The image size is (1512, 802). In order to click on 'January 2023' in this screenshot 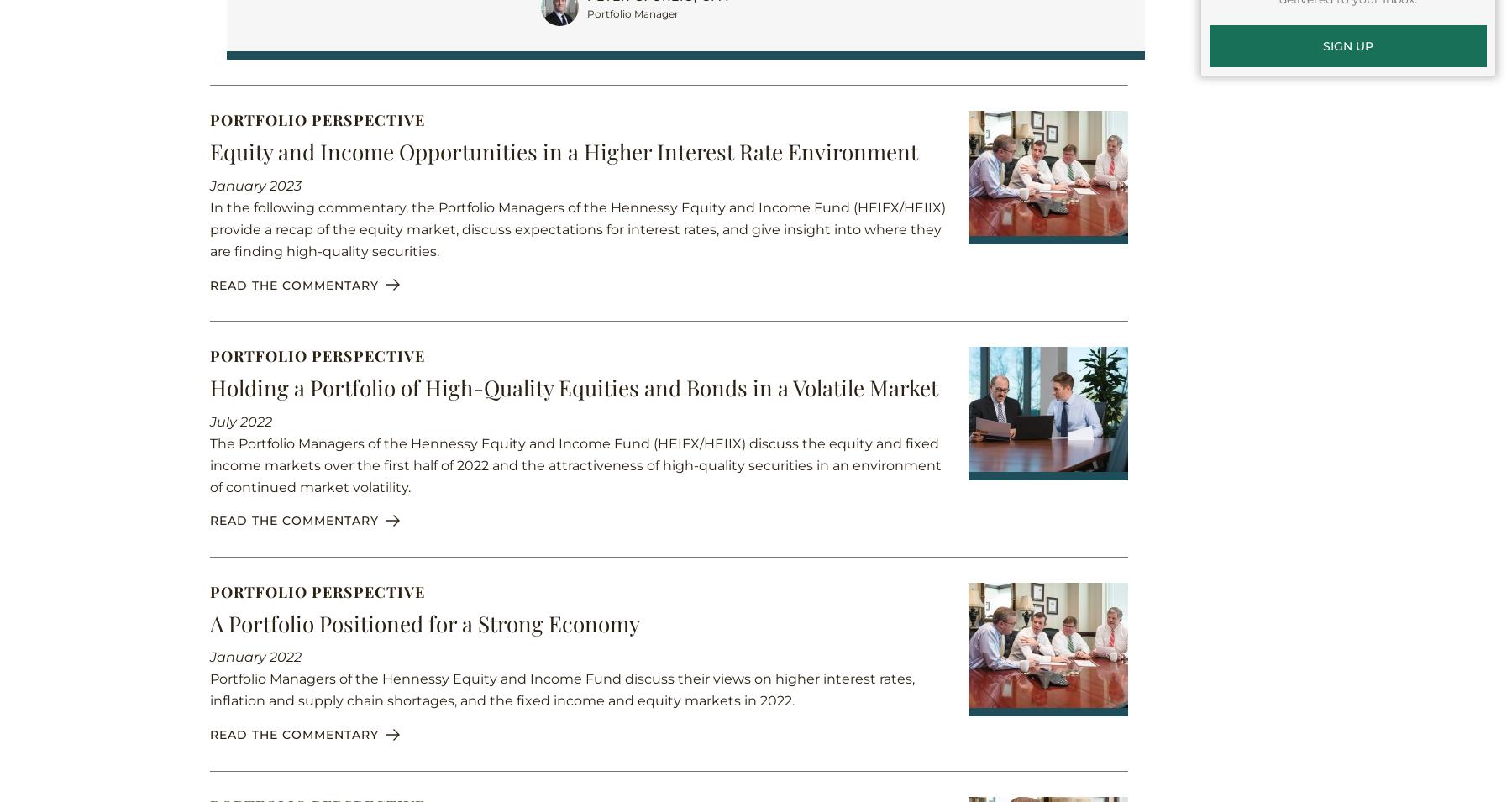, I will do `click(255, 185)`.